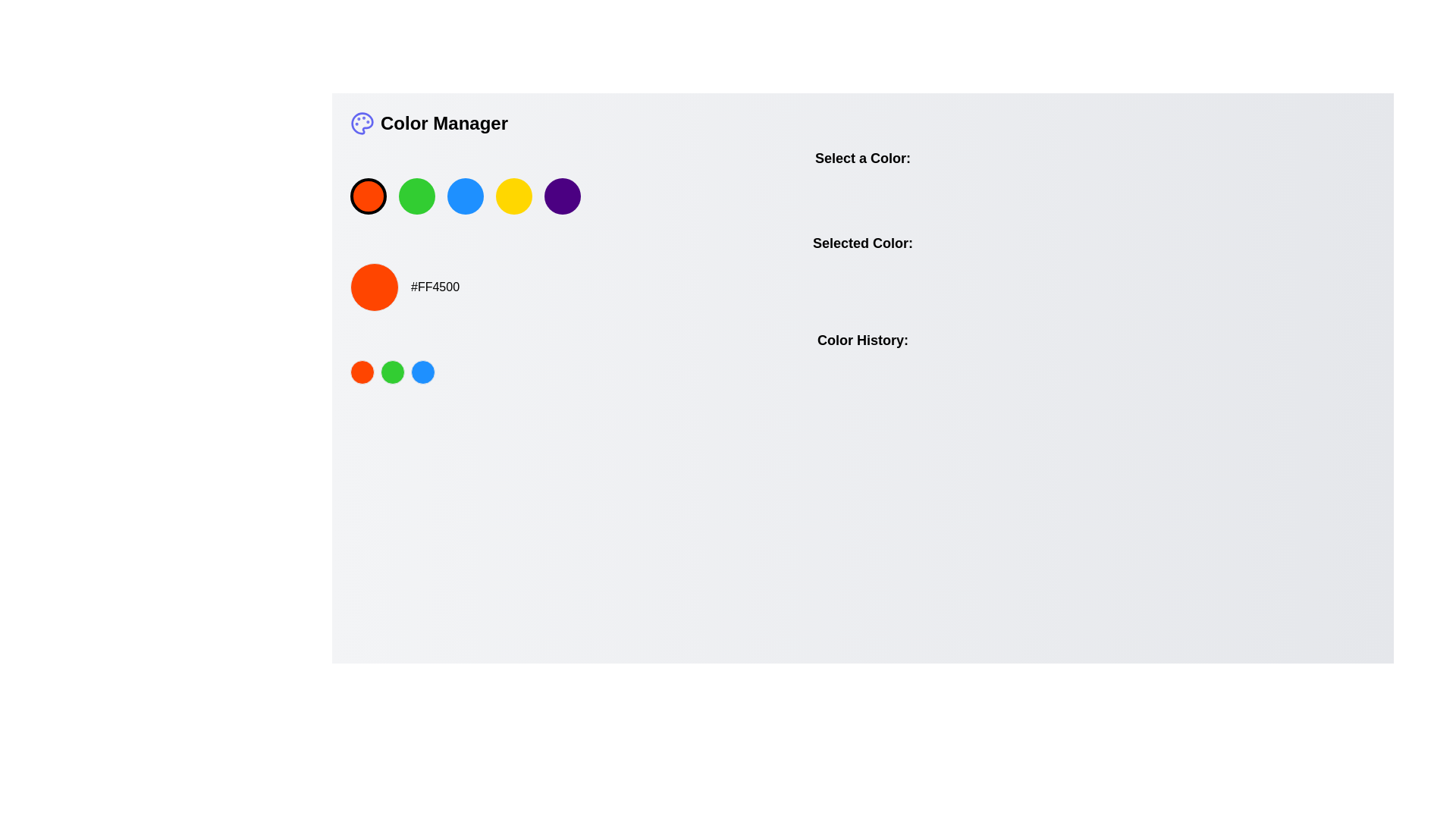  What do you see at coordinates (862, 242) in the screenshot?
I see `the Text Label that indicates the selected color, which is located in the section titled 'Selected Color:#FF4500'` at bounding box center [862, 242].